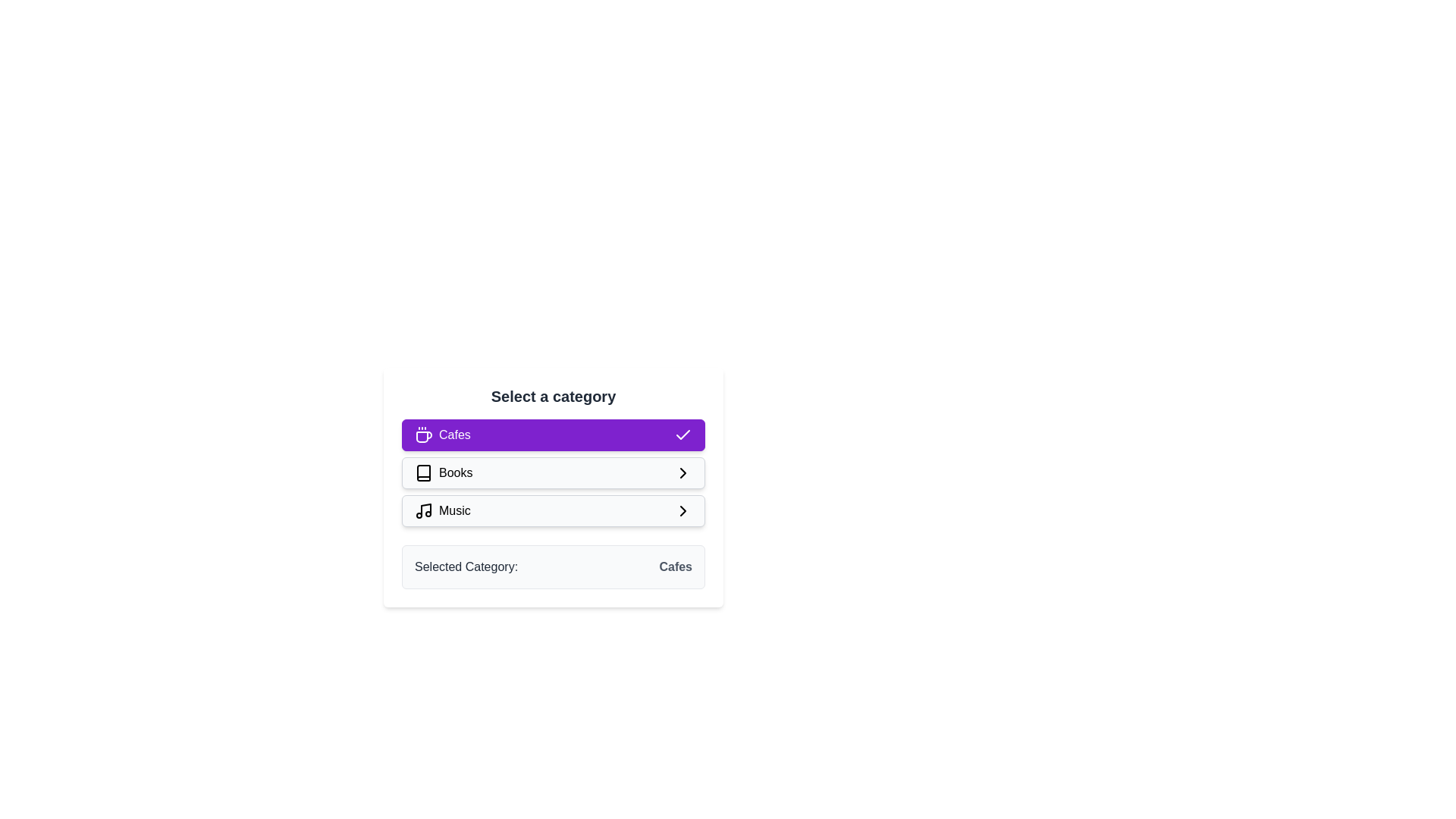 The height and width of the screenshot is (819, 1456). What do you see at coordinates (441, 511) in the screenshot?
I see `the third item in the 'Select a category' menu` at bounding box center [441, 511].